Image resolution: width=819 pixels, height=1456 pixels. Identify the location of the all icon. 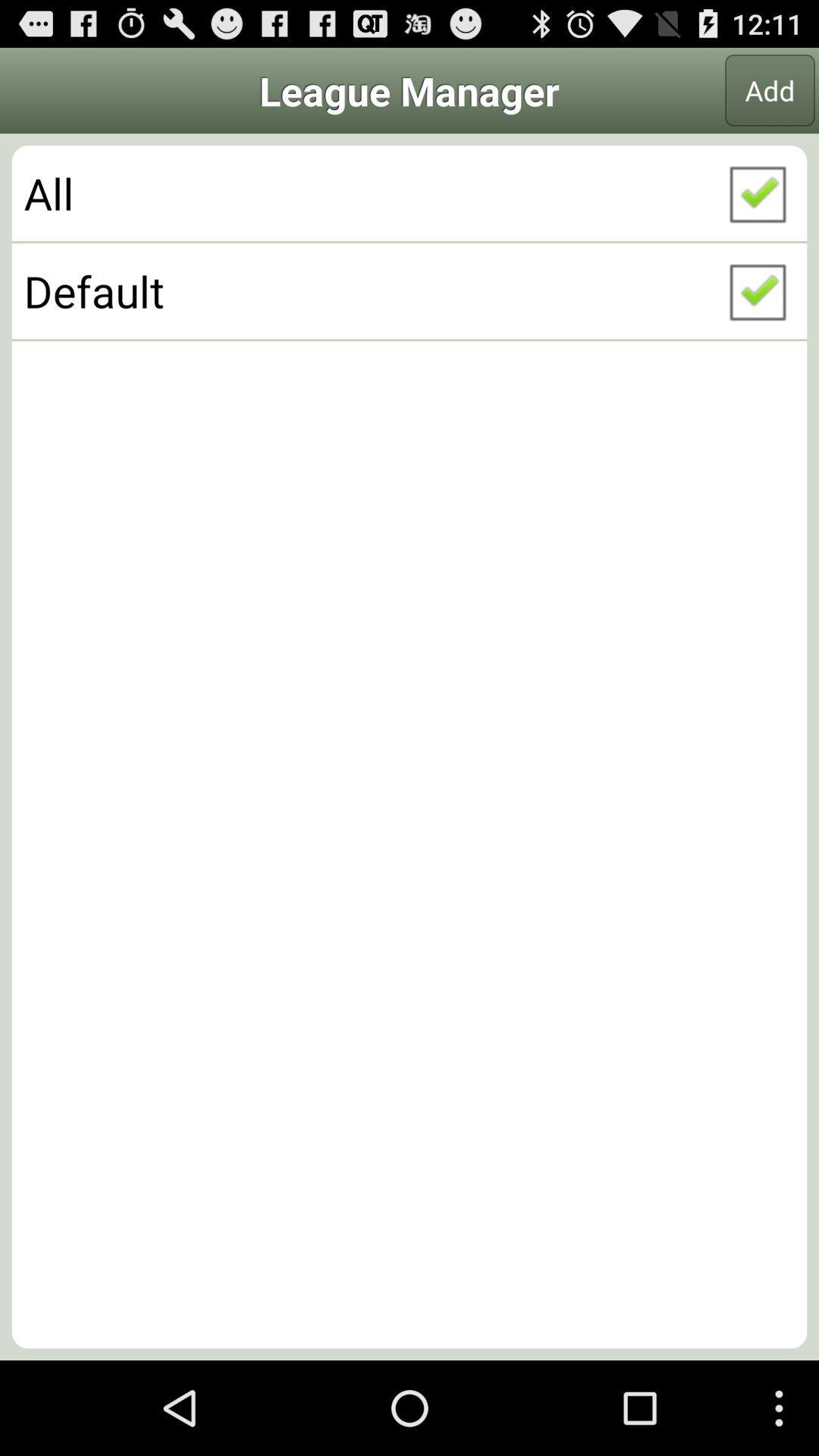
(409, 192).